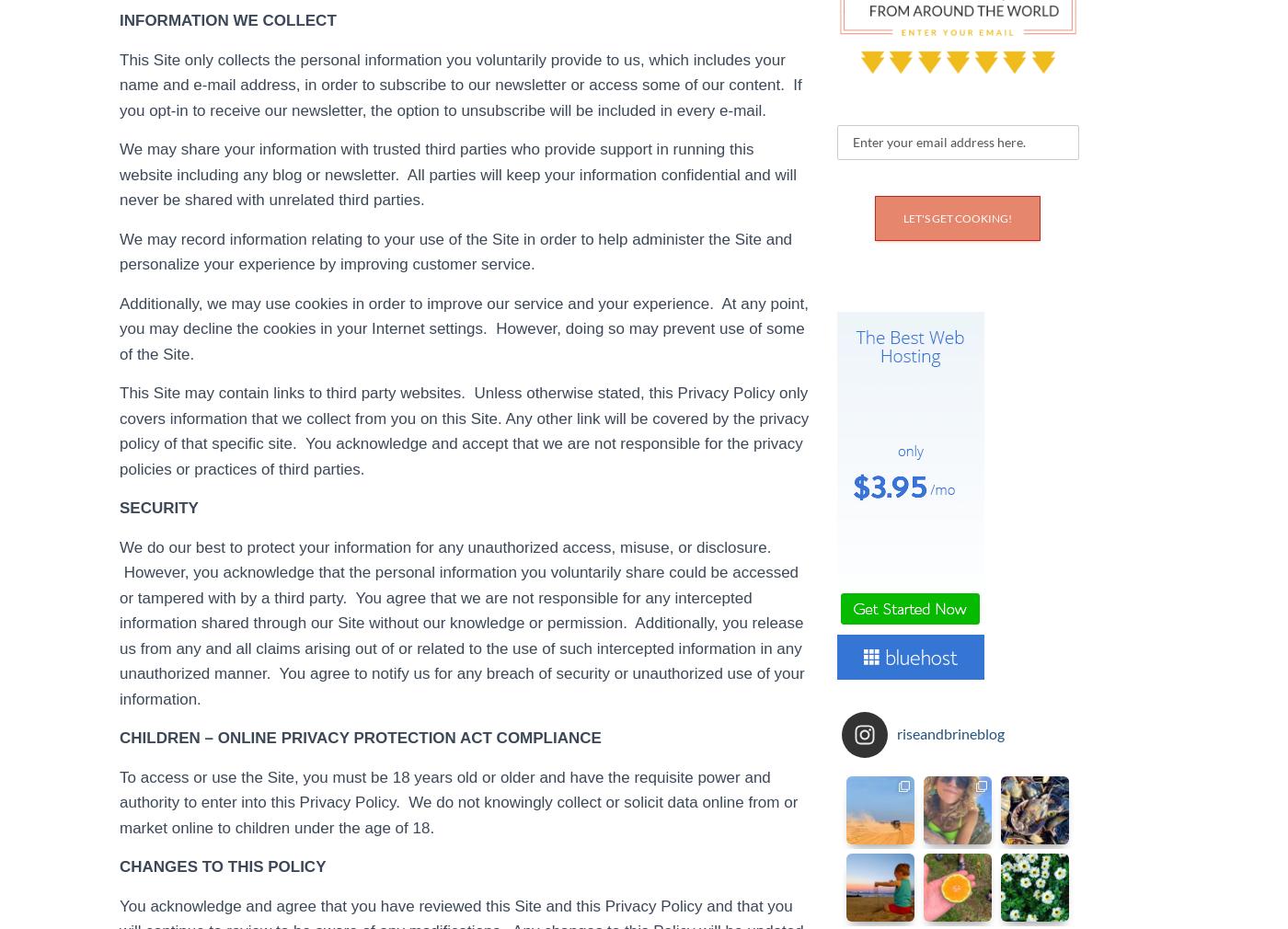  What do you see at coordinates (950, 733) in the screenshot?
I see `'riseandbrineblog'` at bounding box center [950, 733].